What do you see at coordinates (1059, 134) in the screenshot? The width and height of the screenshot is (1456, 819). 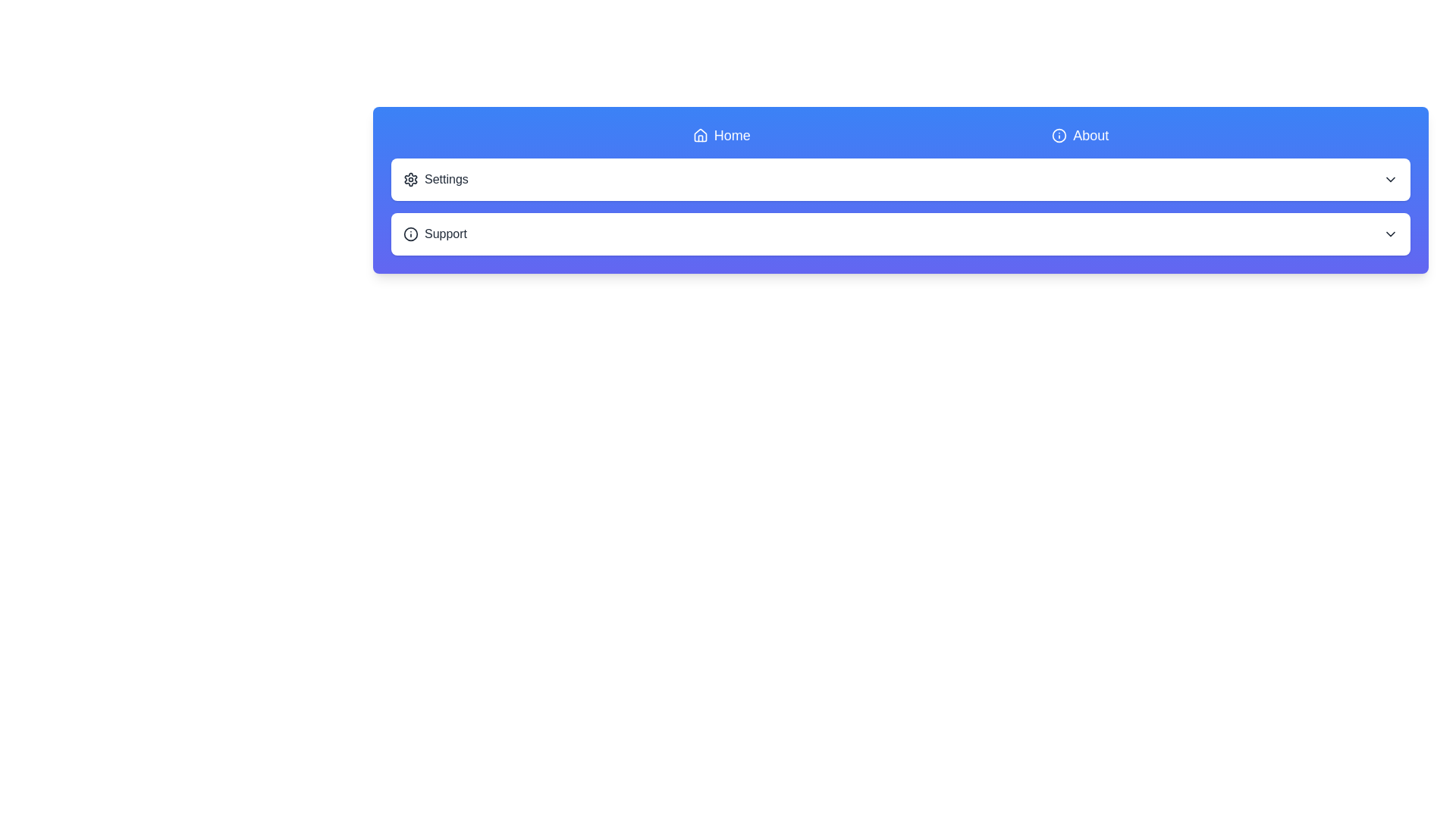 I see `the circular informational icon with an 'i' symbol located to the left of the 'About' label in the top navigation row` at bounding box center [1059, 134].